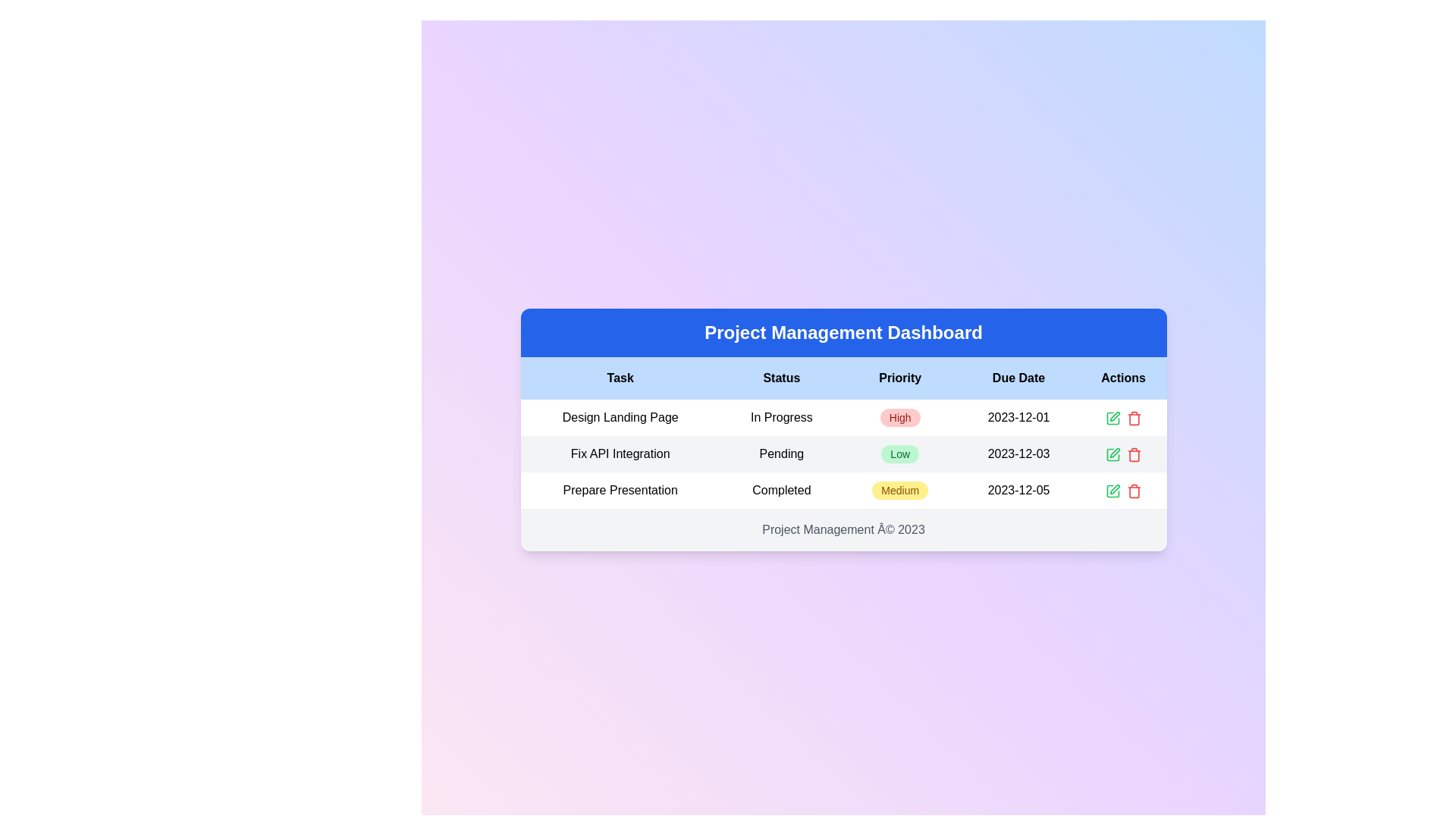  What do you see at coordinates (1114, 452) in the screenshot?
I see `the edit icon located in the last column of the second row under the 'Actions' header in the table` at bounding box center [1114, 452].